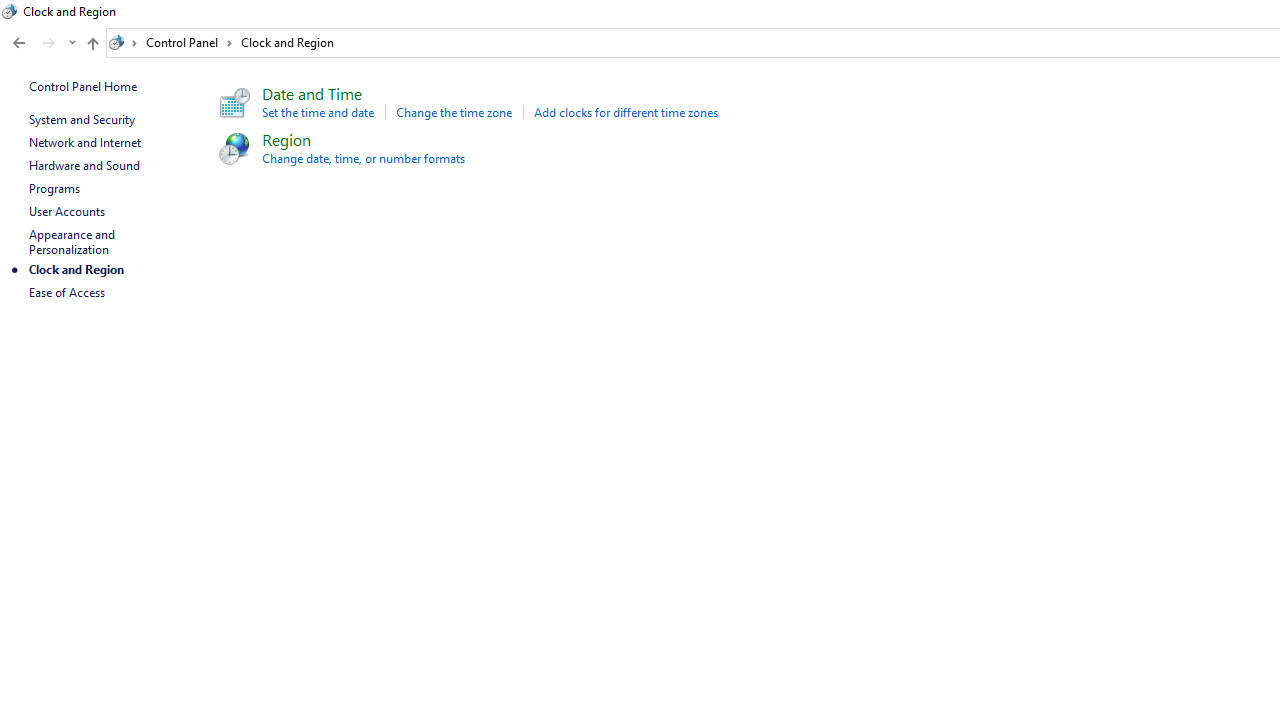  Describe the element at coordinates (19, 43) in the screenshot. I see `'Back to Appearance and Personalization (Alt + Left Arrow)'` at that location.